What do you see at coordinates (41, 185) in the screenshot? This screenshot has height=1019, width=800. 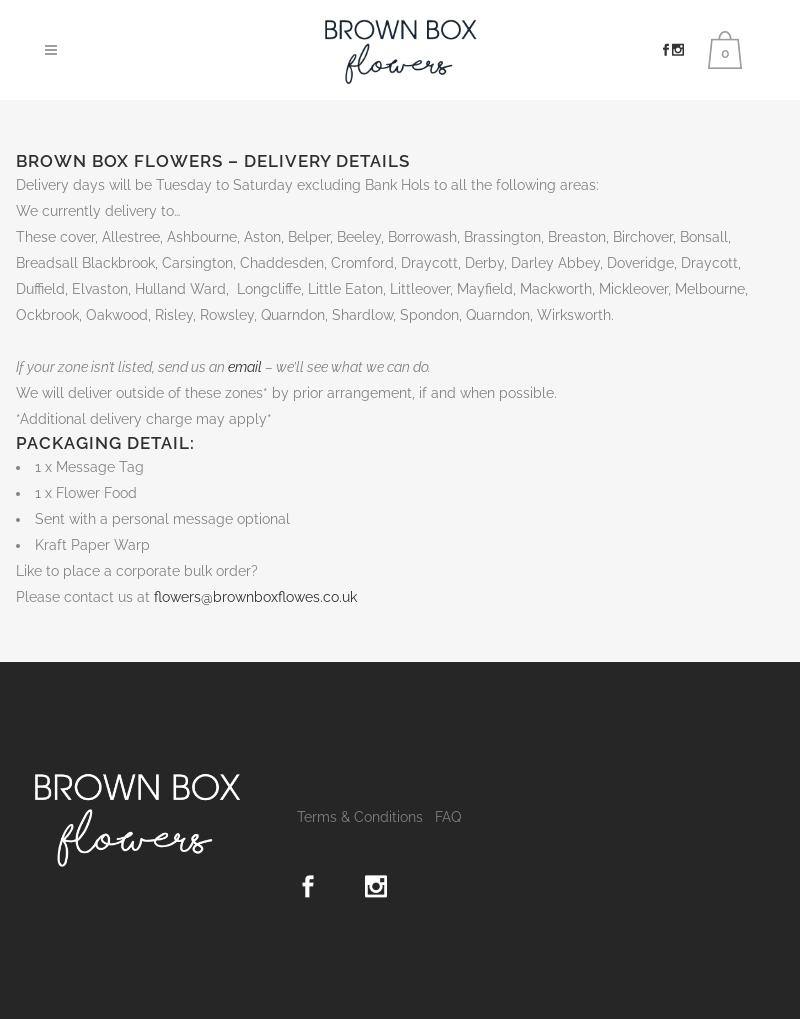 I see `'Delivery'` at bounding box center [41, 185].